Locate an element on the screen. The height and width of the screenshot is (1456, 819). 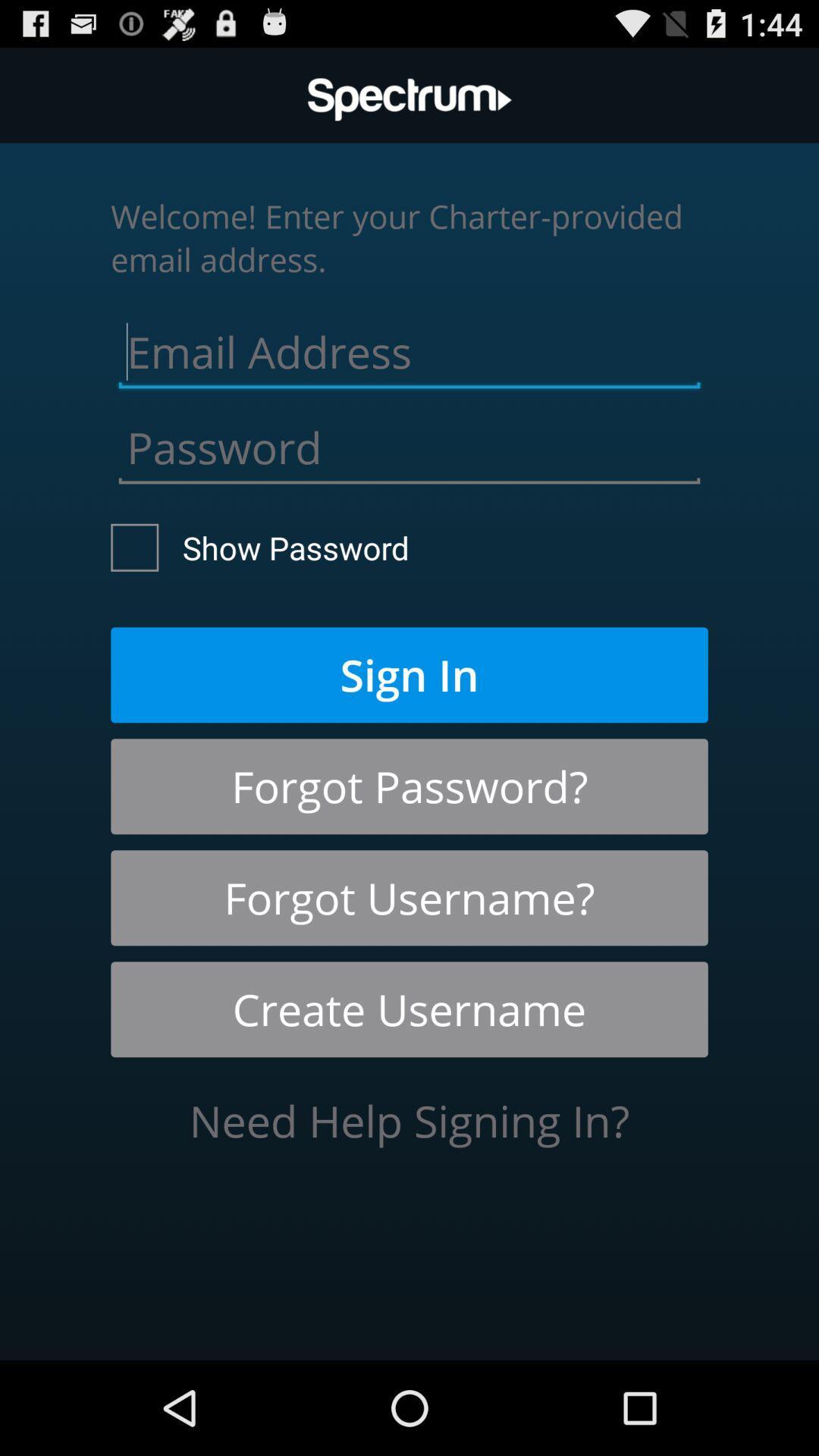
icon above the sign in icon is located at coordinates (259, 547).